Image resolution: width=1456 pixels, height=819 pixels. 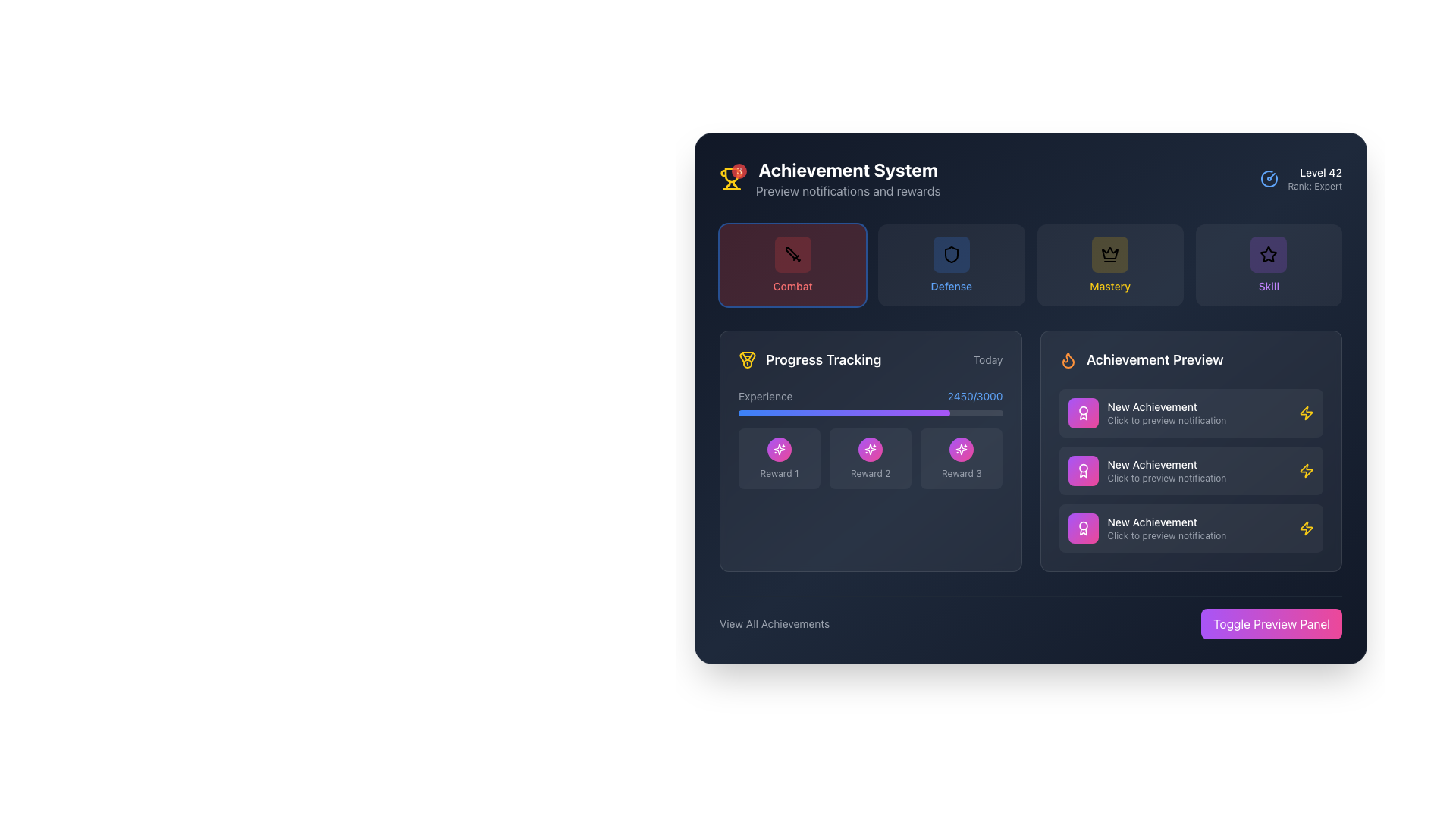 What do you see at coordinates (1197, 413) in the screenshot?
I see `the text label that informs the user about a new achievement in the 'Achievement Preview' list located in the right-side panel` at bounding box center [1197, 413].